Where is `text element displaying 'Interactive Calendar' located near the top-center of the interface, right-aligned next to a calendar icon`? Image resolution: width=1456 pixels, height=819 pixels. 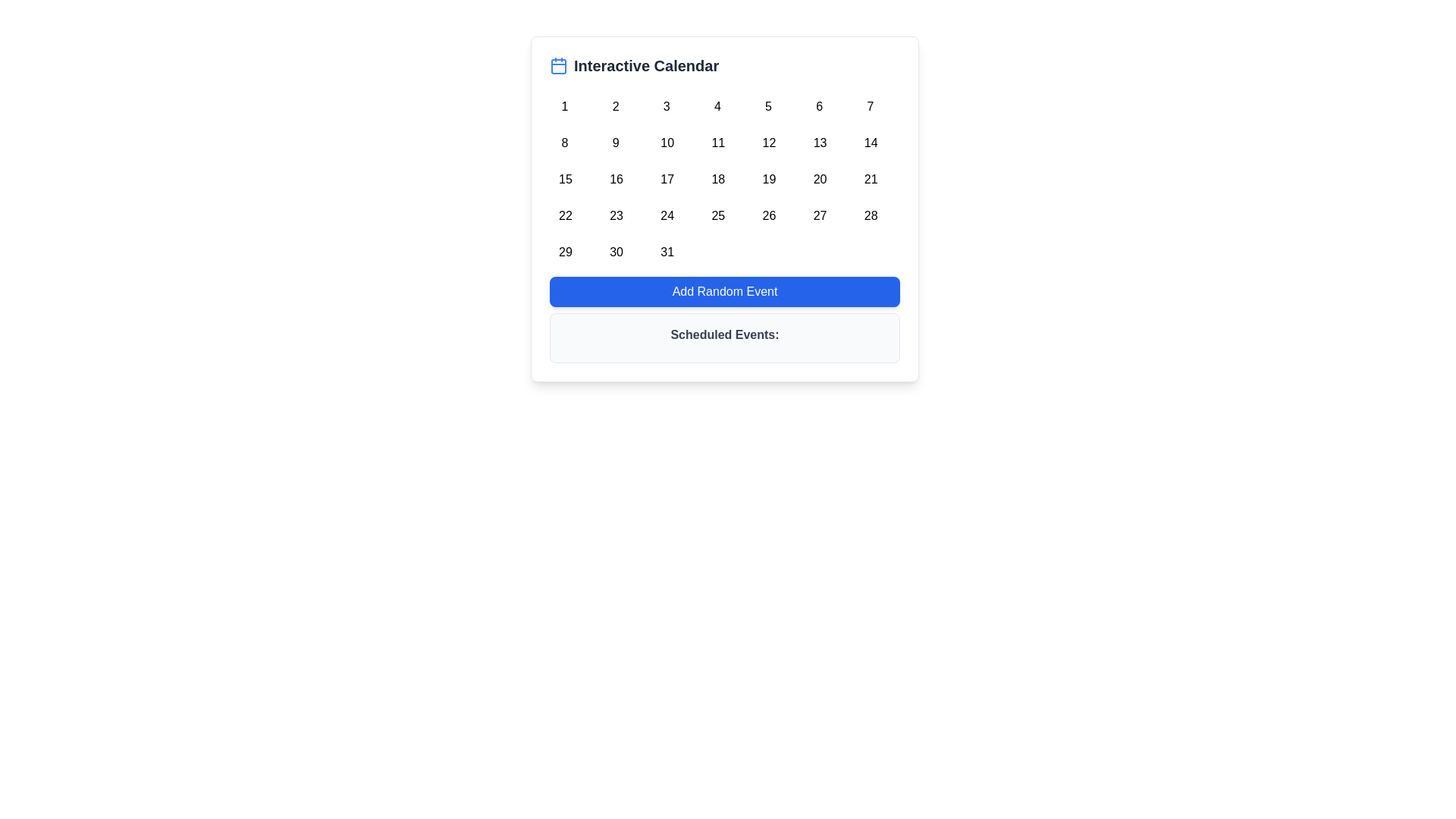 text element displaying 'Interactive Calendar' located near the top-center of the interface, right-aligned next to a calendar icon is located at coordinates (646, 65).